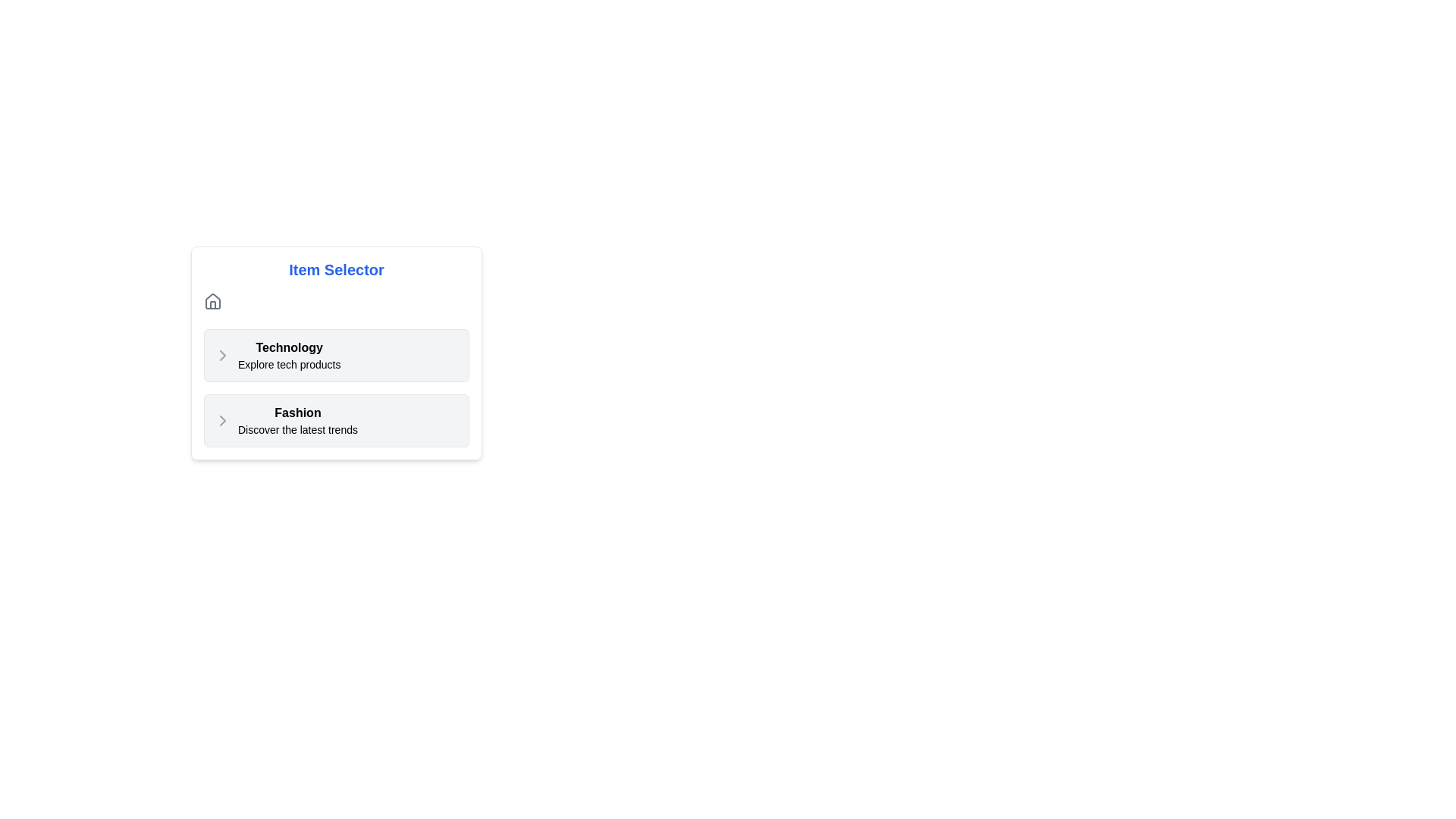 The width and height of the screenshot is (1456, 819). I want to click on the home icon located at the top-left corner of the 'Item Selector' interface, so click(212, 301).